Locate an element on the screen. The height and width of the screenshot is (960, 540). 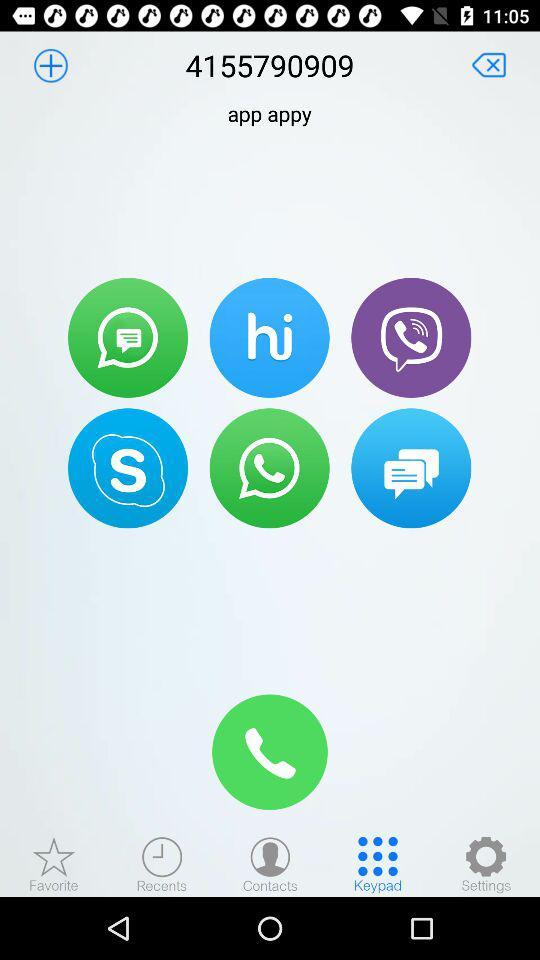
chat with number is located at coordinates (410, 468).